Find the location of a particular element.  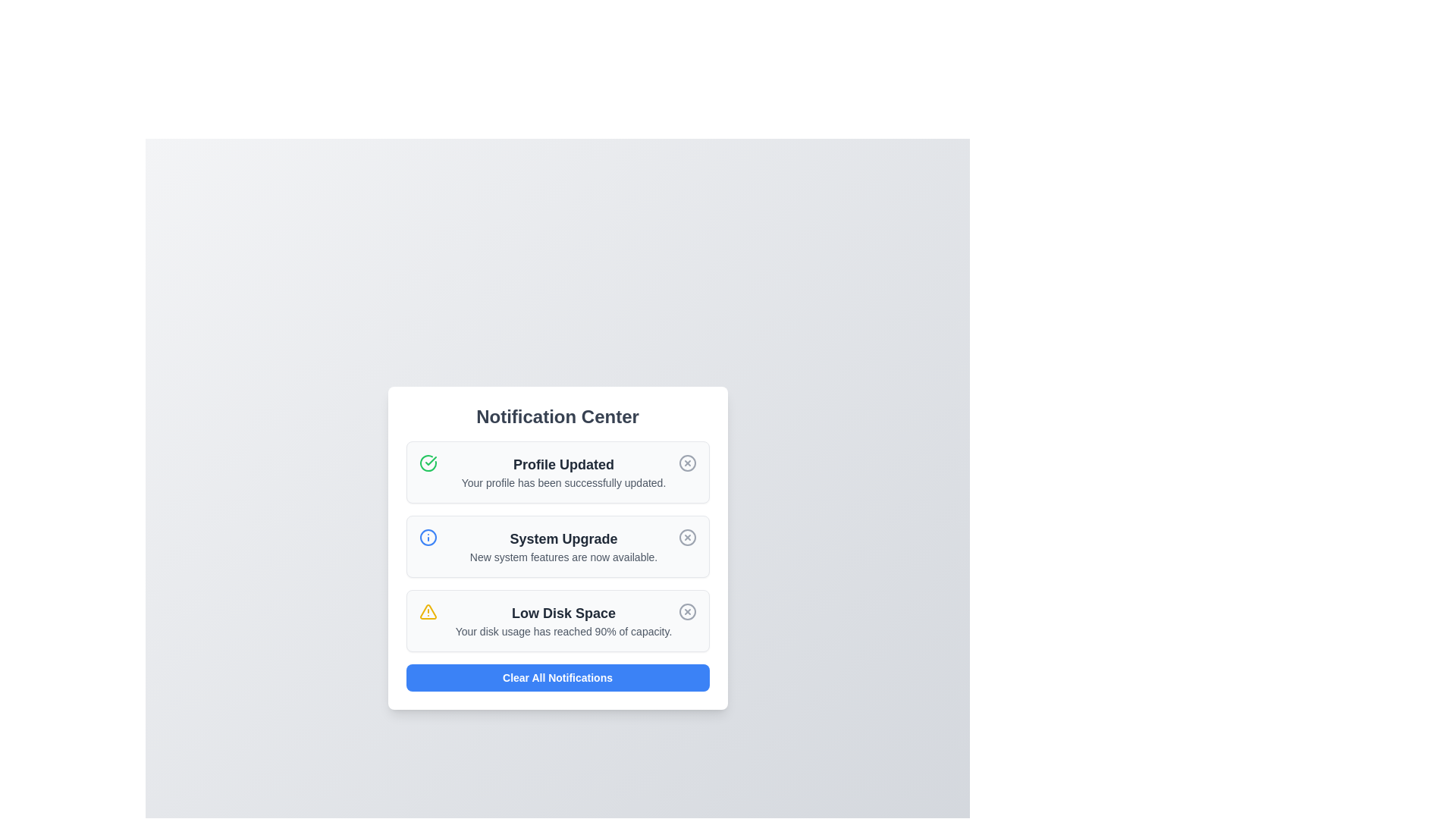

the title text of the second notification card in the Notification Center, which indicates a system upgrade event is located at coordinates (563, 538).